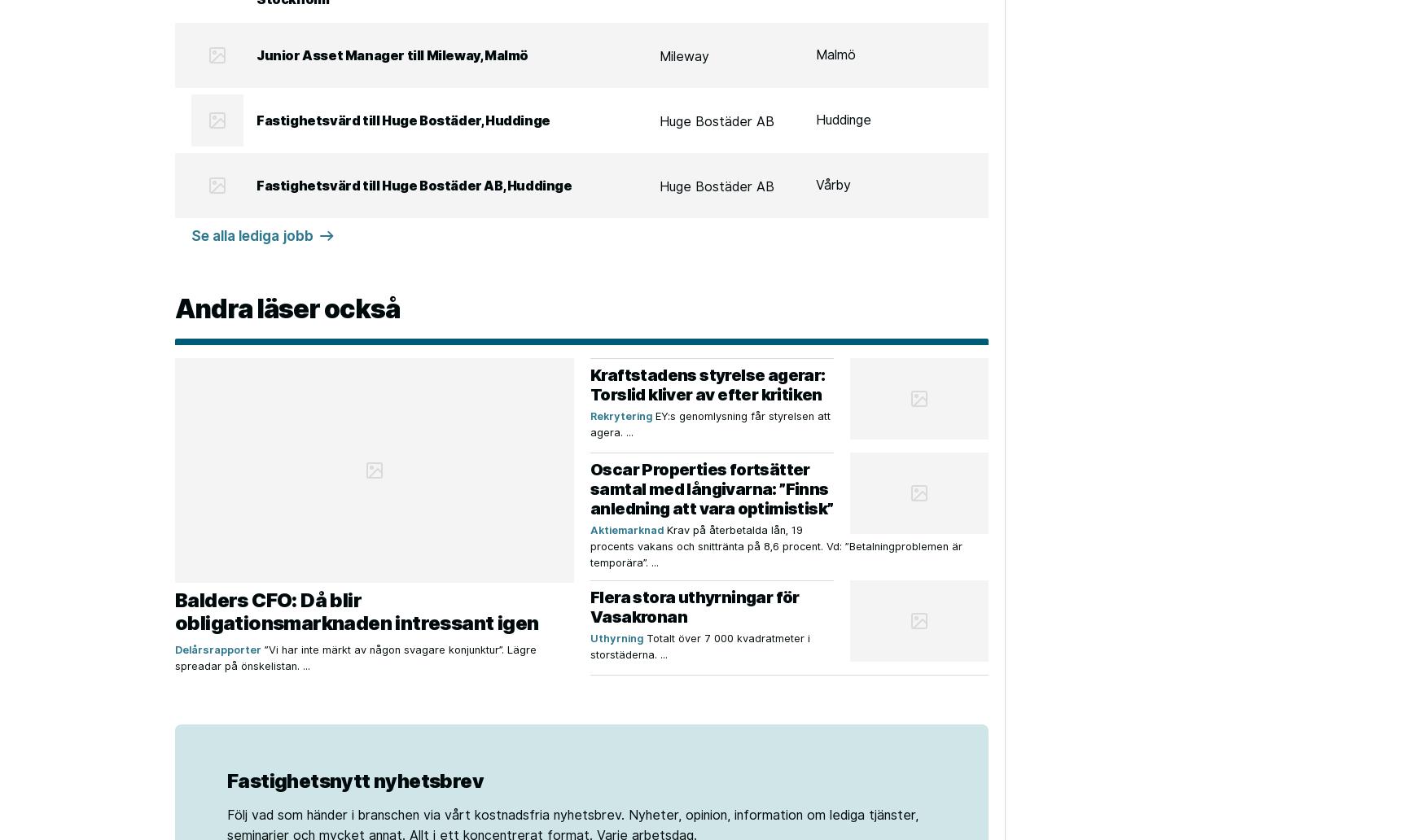 This screenshot has height=840, width=1425. What do you see at coordinates (217, 650) in the screenshot?
I see `'Delårsrapporter'` at bounding box center [217, 650].